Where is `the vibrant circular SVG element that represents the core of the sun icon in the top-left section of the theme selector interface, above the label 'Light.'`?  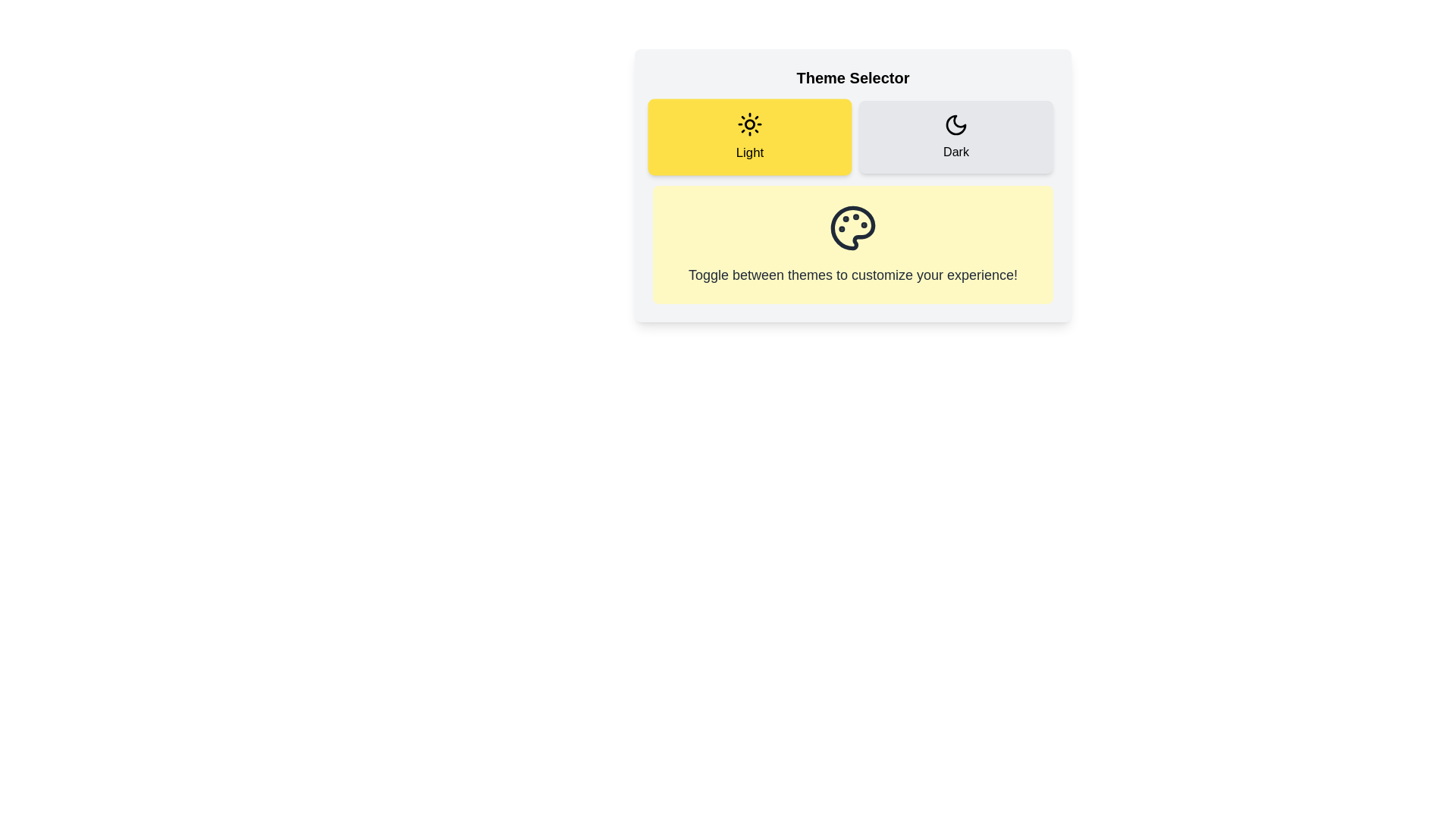
the vibrant circular SVG element that represents the core of the sun icon in the top-left section of the theme selector interface, above the label 'Light.' is located at coordinates (749, 124).